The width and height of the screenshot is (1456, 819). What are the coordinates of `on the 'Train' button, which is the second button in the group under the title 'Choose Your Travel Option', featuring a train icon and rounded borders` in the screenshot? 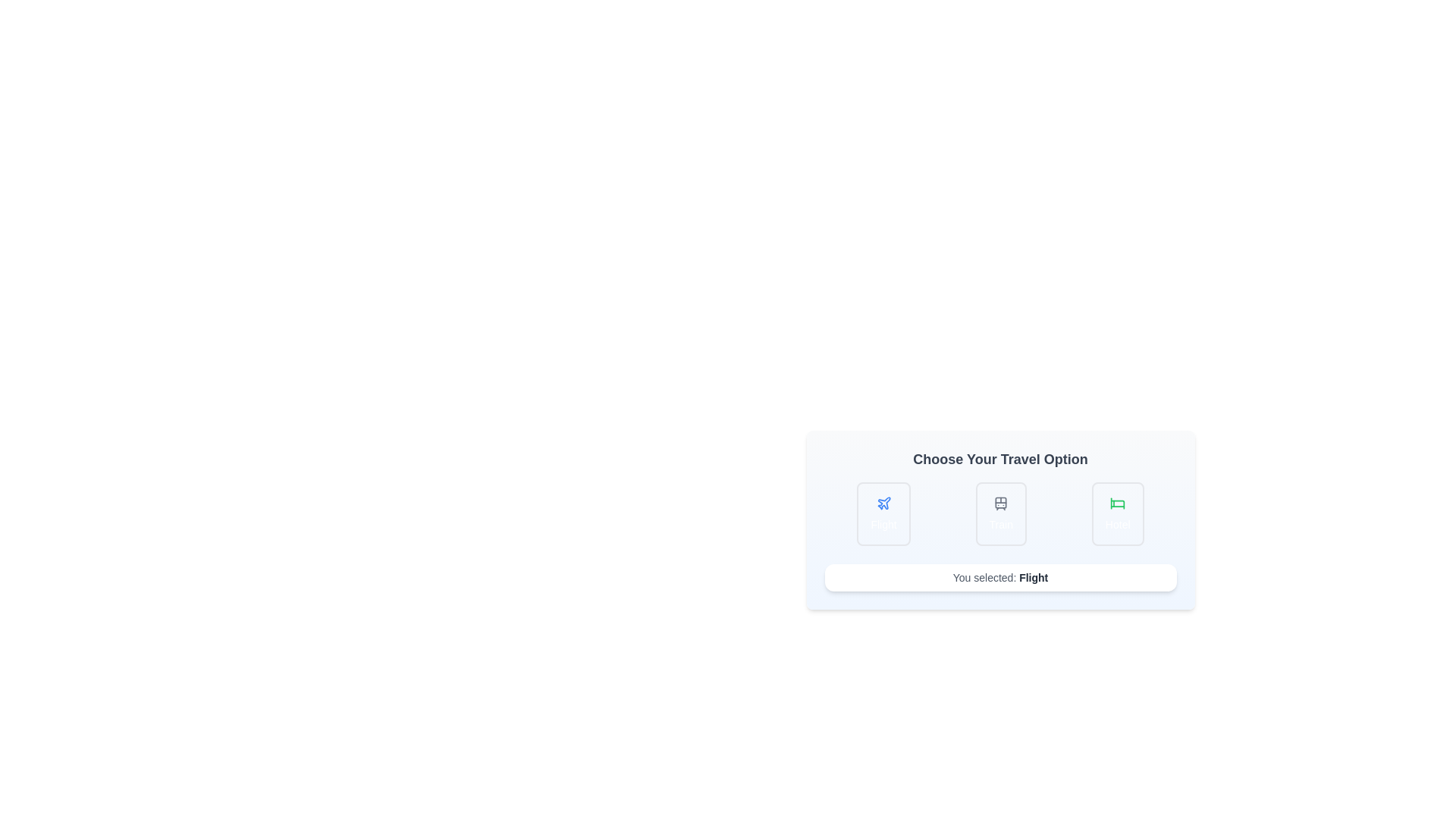 It's located at (1001, 513).